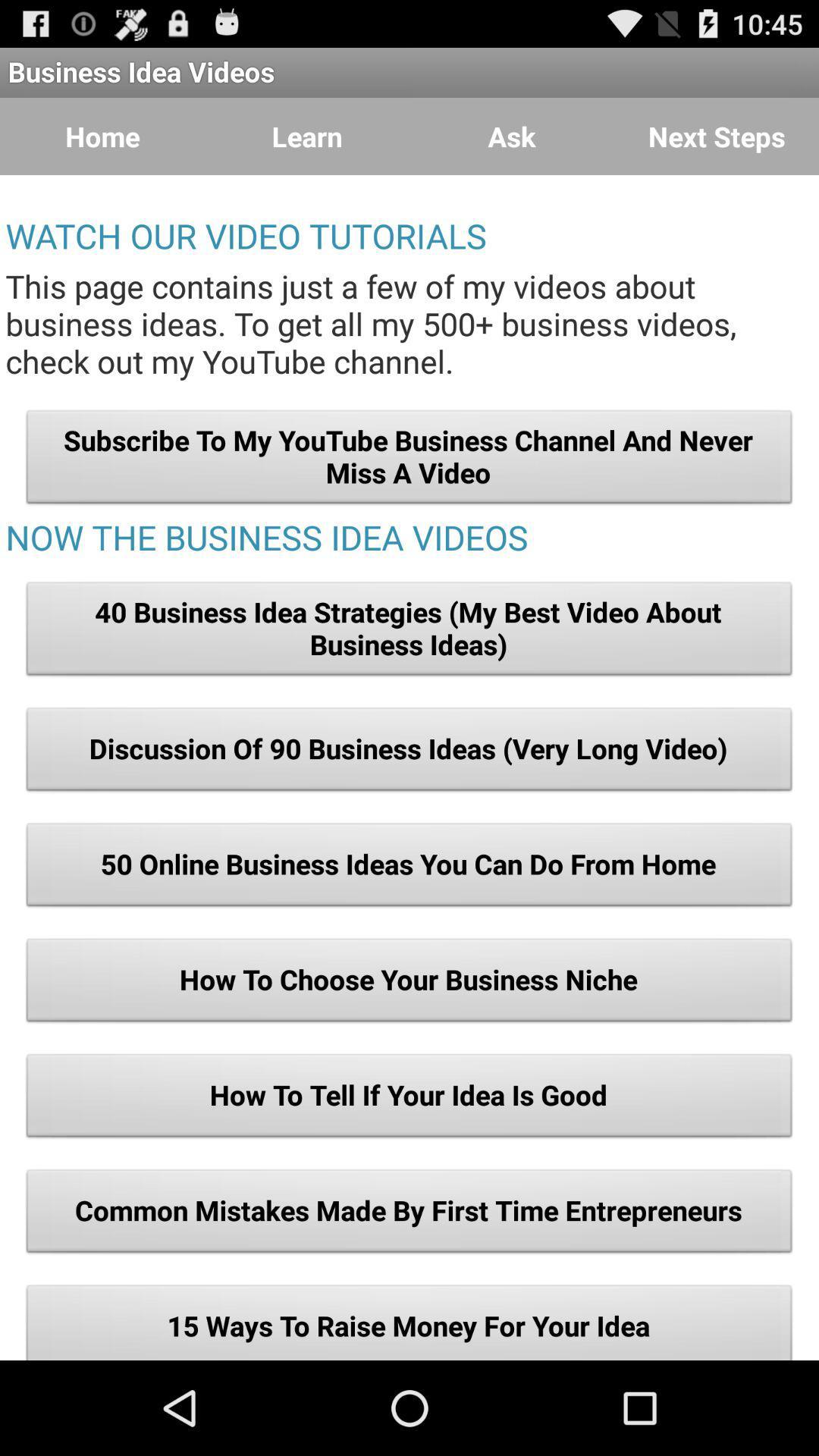 The width and height of the screenshot is (819, 1456). What do you see at coordinates (307, 136) in the screenshot?
I see `the button next to the home icon` at bounding box center [307, 136].